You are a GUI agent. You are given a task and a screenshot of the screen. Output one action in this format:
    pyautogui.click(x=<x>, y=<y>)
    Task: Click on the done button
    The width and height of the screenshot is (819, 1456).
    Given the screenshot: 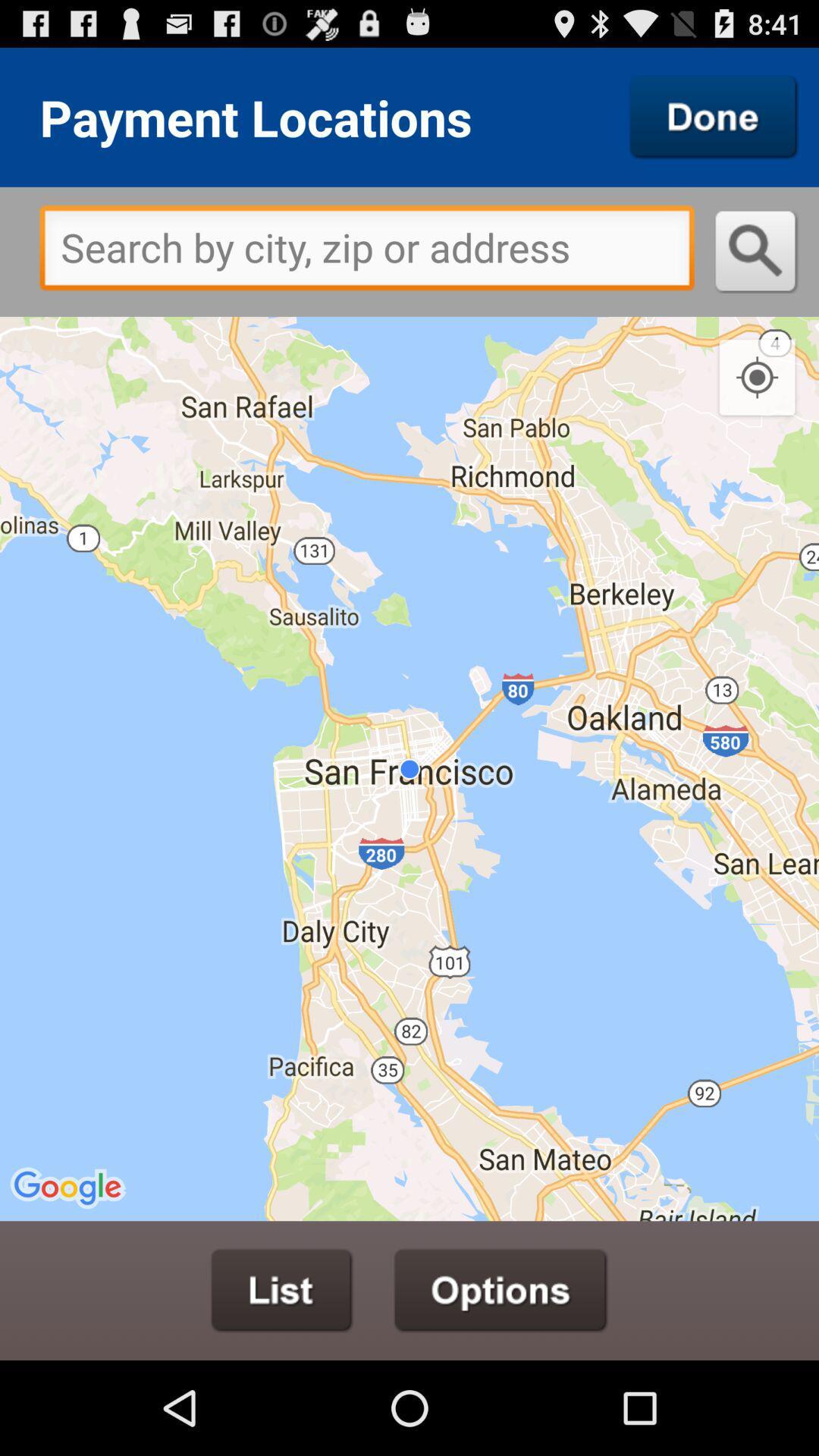 What is the action you would take?
    pyautogui.click(x=714, y=116)
    